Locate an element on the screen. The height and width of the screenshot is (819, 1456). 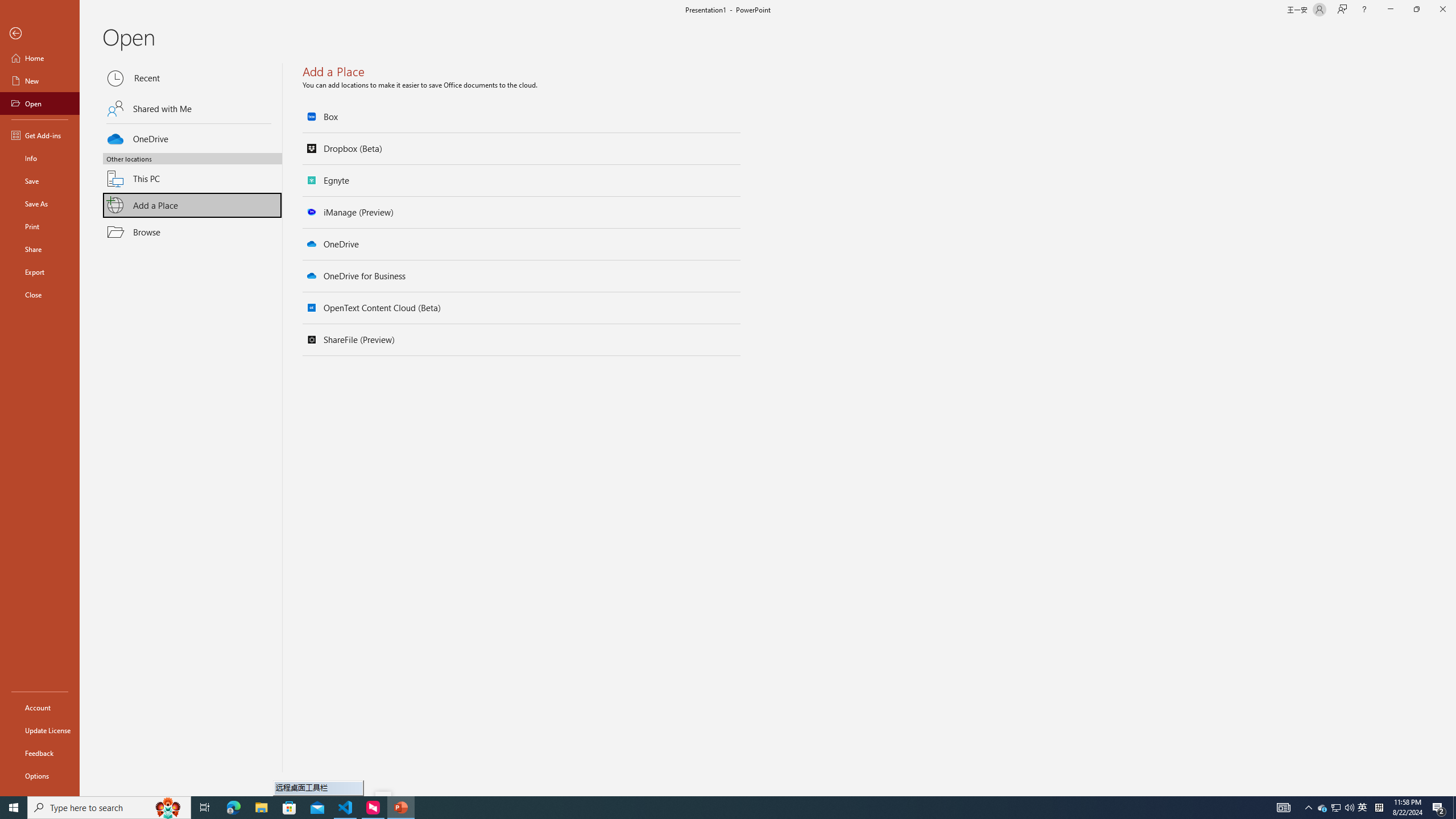
'Add a Place' is located at coordinates (192, 205).